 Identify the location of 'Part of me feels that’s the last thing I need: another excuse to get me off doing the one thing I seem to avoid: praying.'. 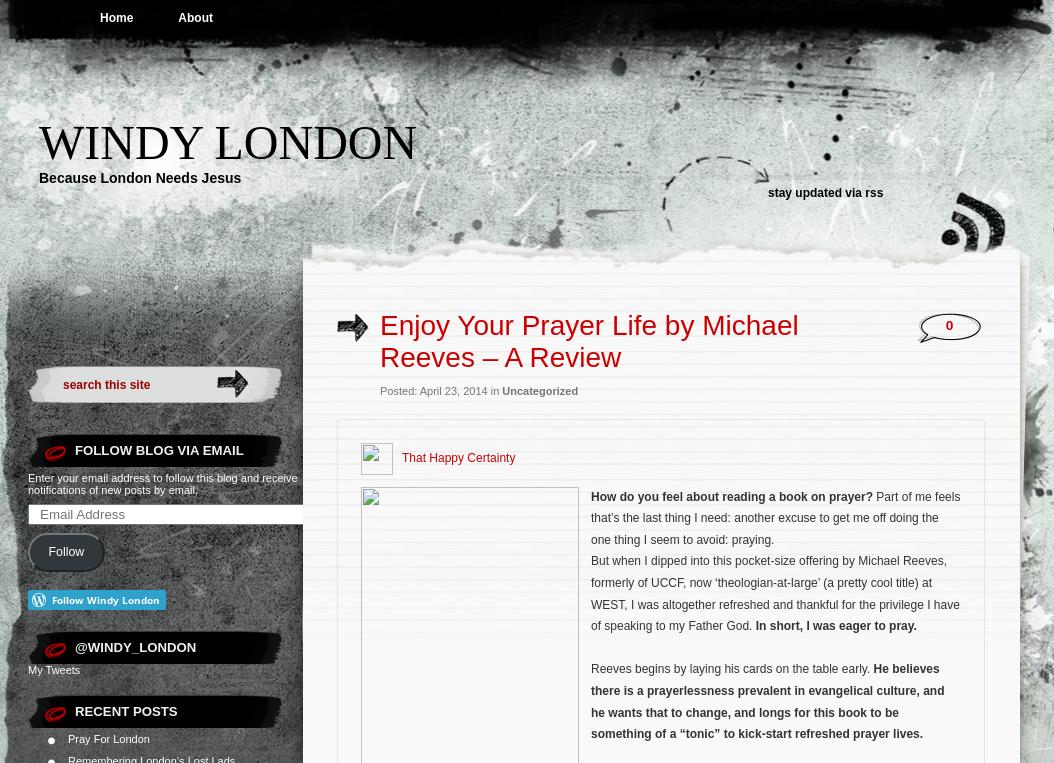
(589, 517).